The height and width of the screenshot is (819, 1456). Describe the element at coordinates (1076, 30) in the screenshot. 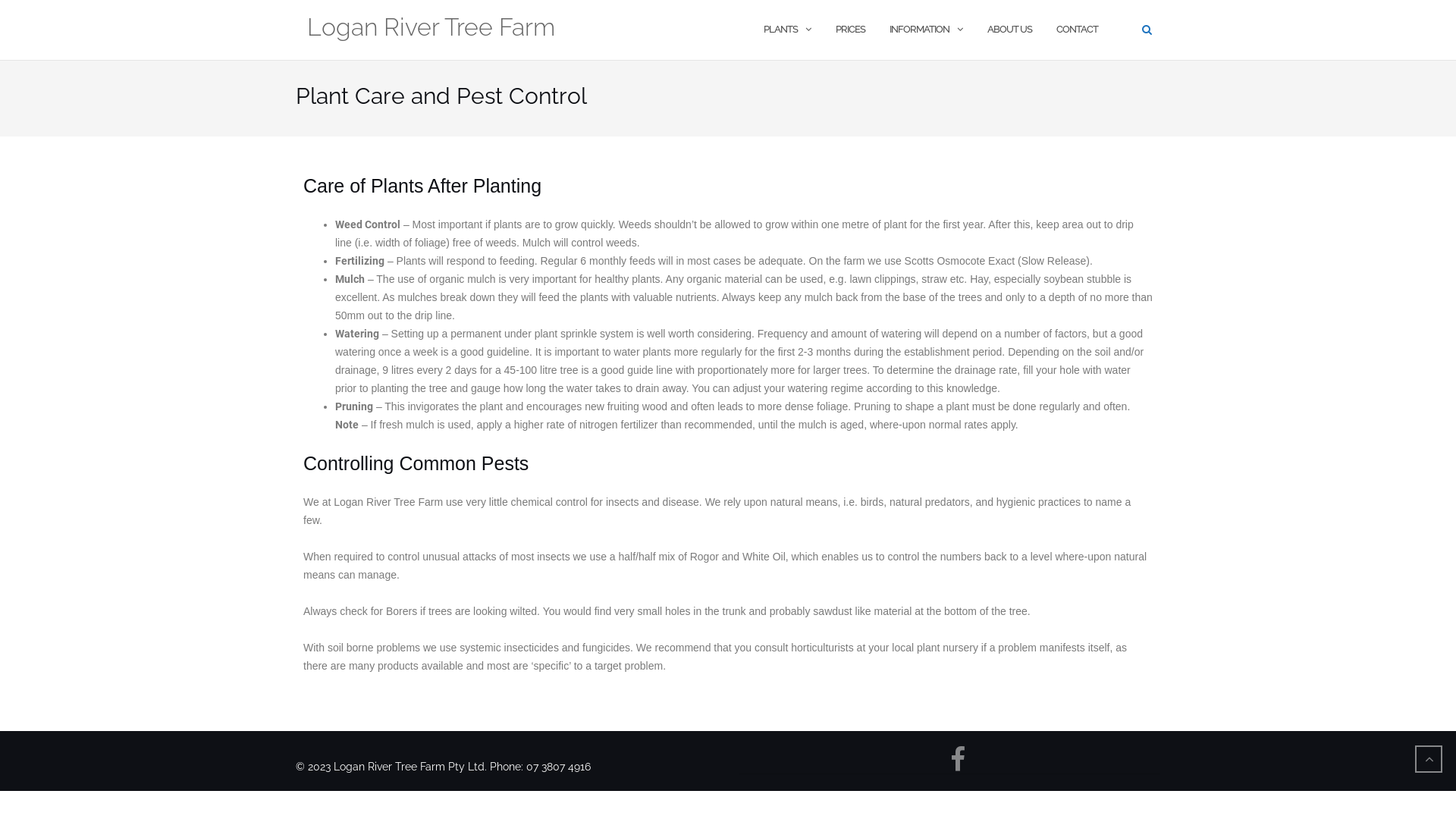

I see `'CONTACT'` at that location.